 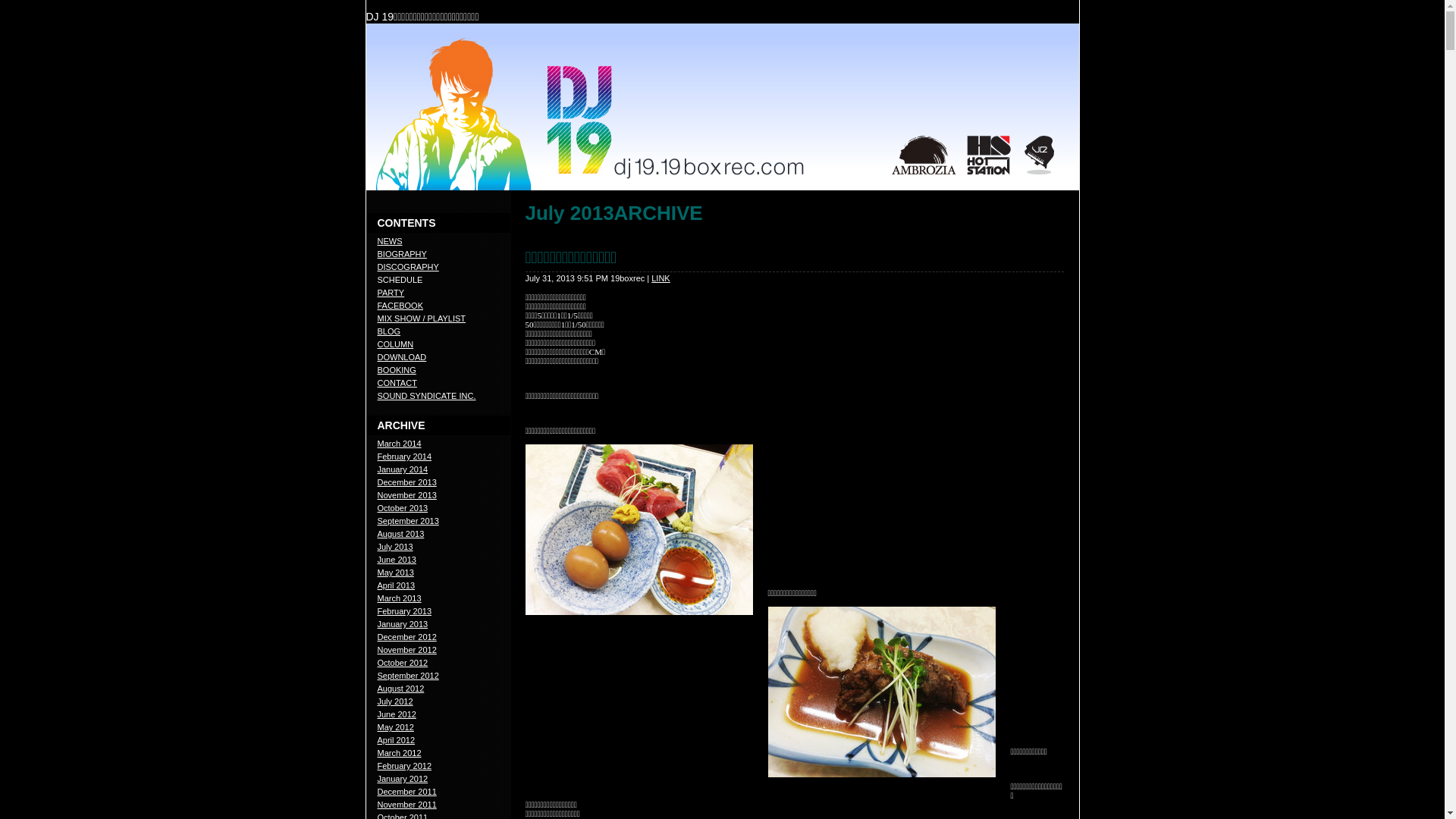 I want to click on 'November 2013', so click(x=407, y=494).